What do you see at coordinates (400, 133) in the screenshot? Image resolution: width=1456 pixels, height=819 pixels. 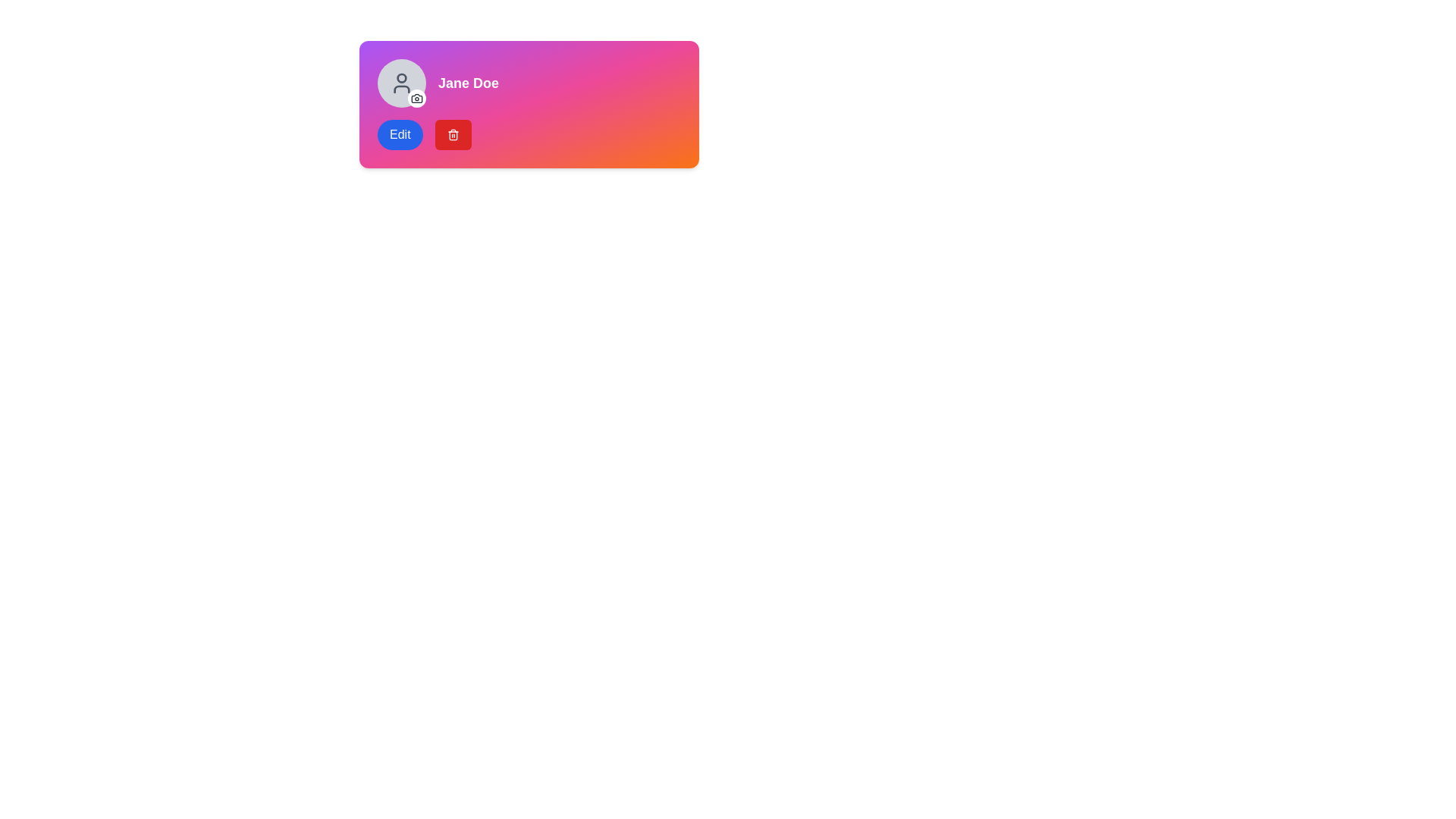 I see `the 'Edit' button with a blue background and white text` at bounding box center [400, 133].